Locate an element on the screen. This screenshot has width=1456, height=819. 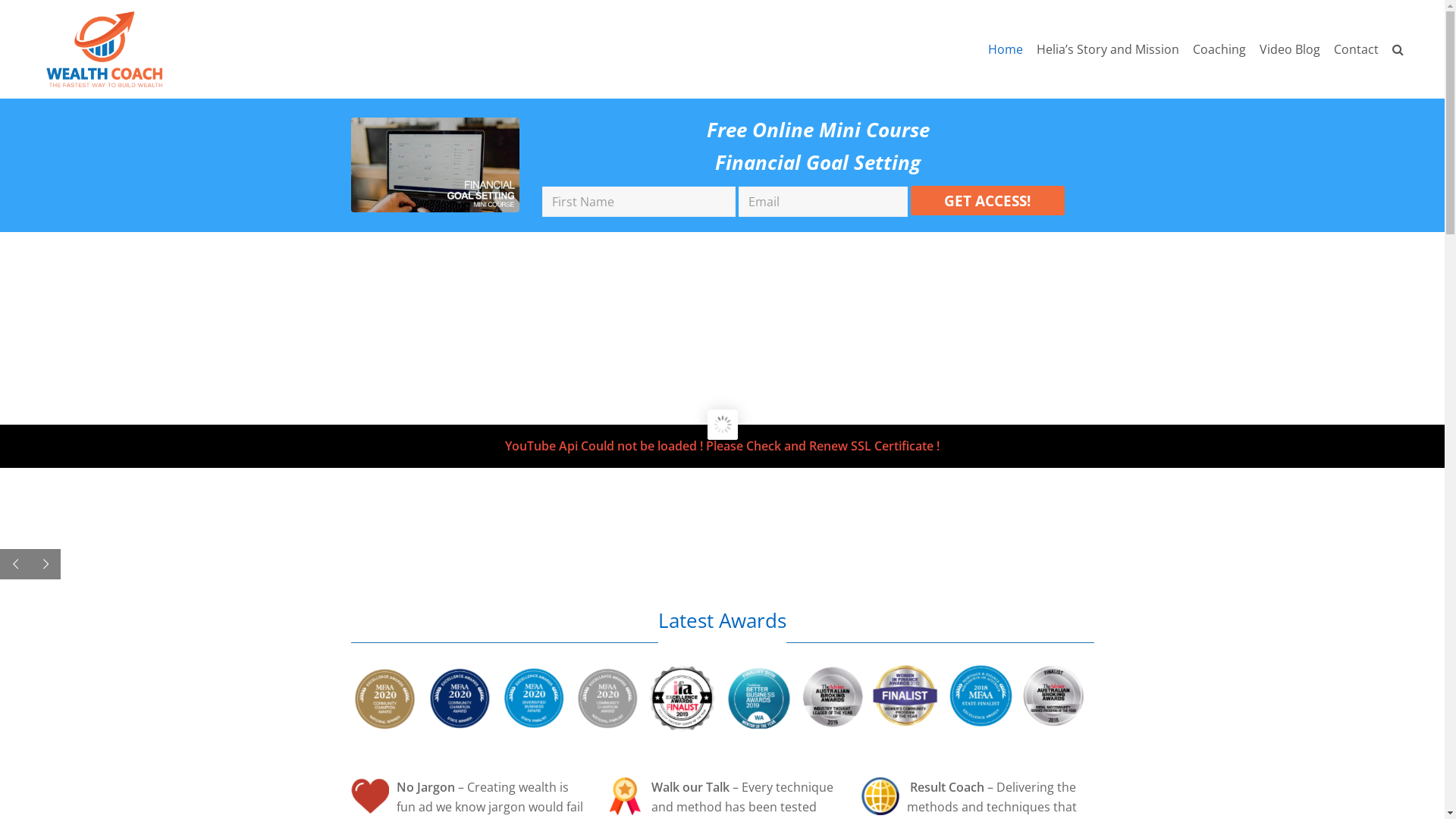
'GET ACCESS!' is located at coordinates (987, 199).